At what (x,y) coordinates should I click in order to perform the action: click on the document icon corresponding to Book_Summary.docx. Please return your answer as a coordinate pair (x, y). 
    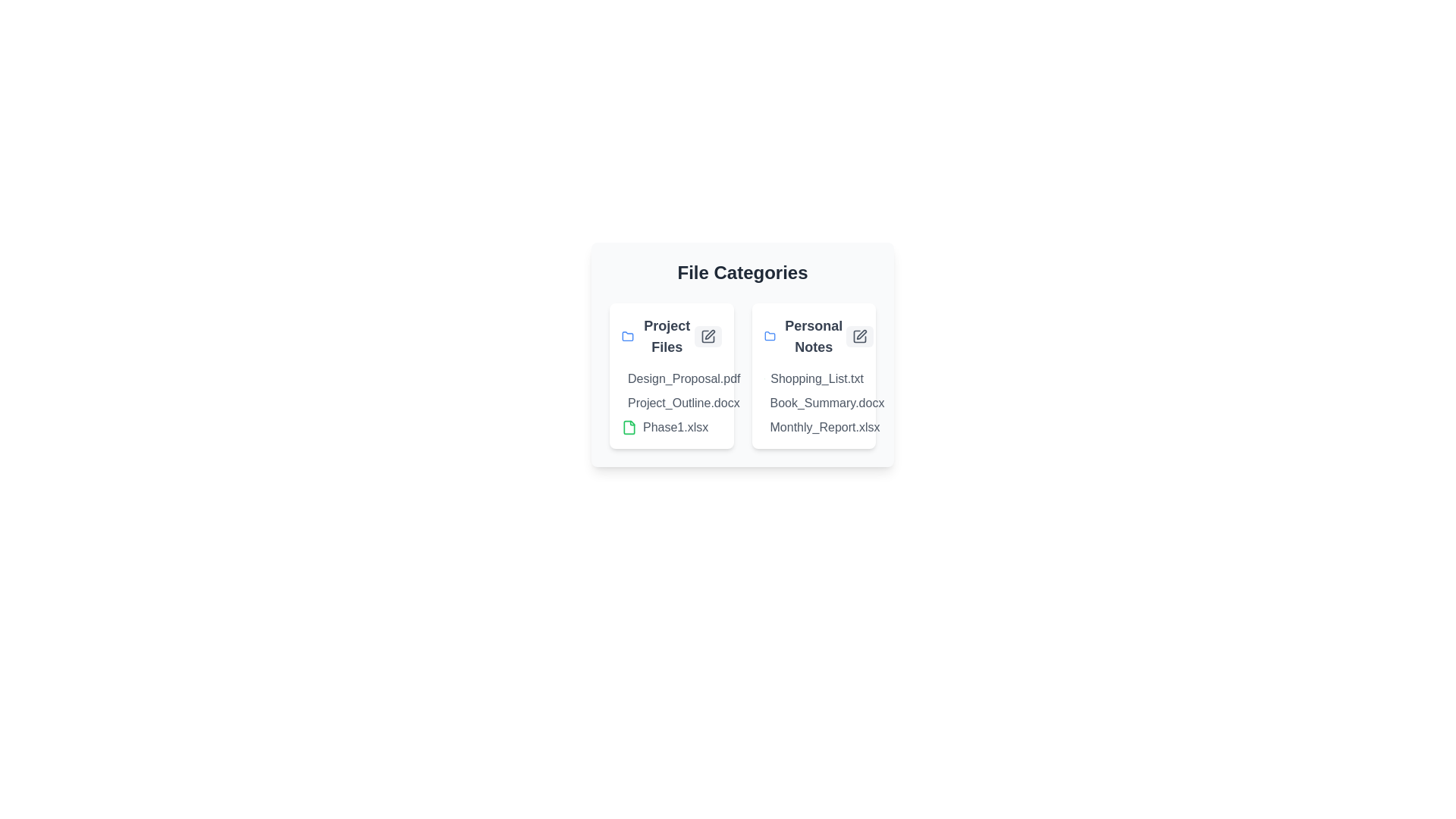
    Looking at the image, I should click on (769, 403).